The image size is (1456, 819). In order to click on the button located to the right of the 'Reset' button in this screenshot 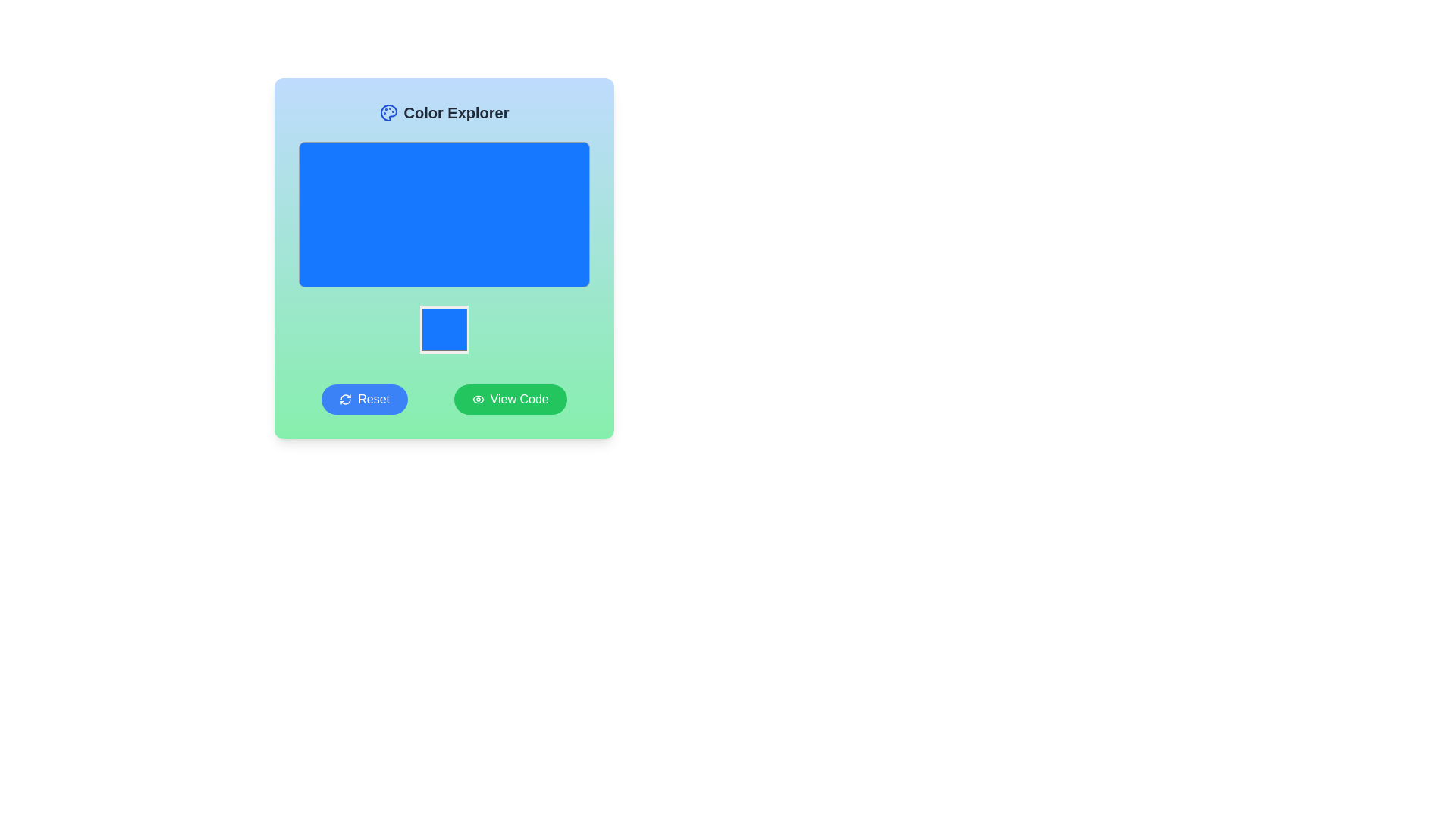, I will do `click(510, 399)`.